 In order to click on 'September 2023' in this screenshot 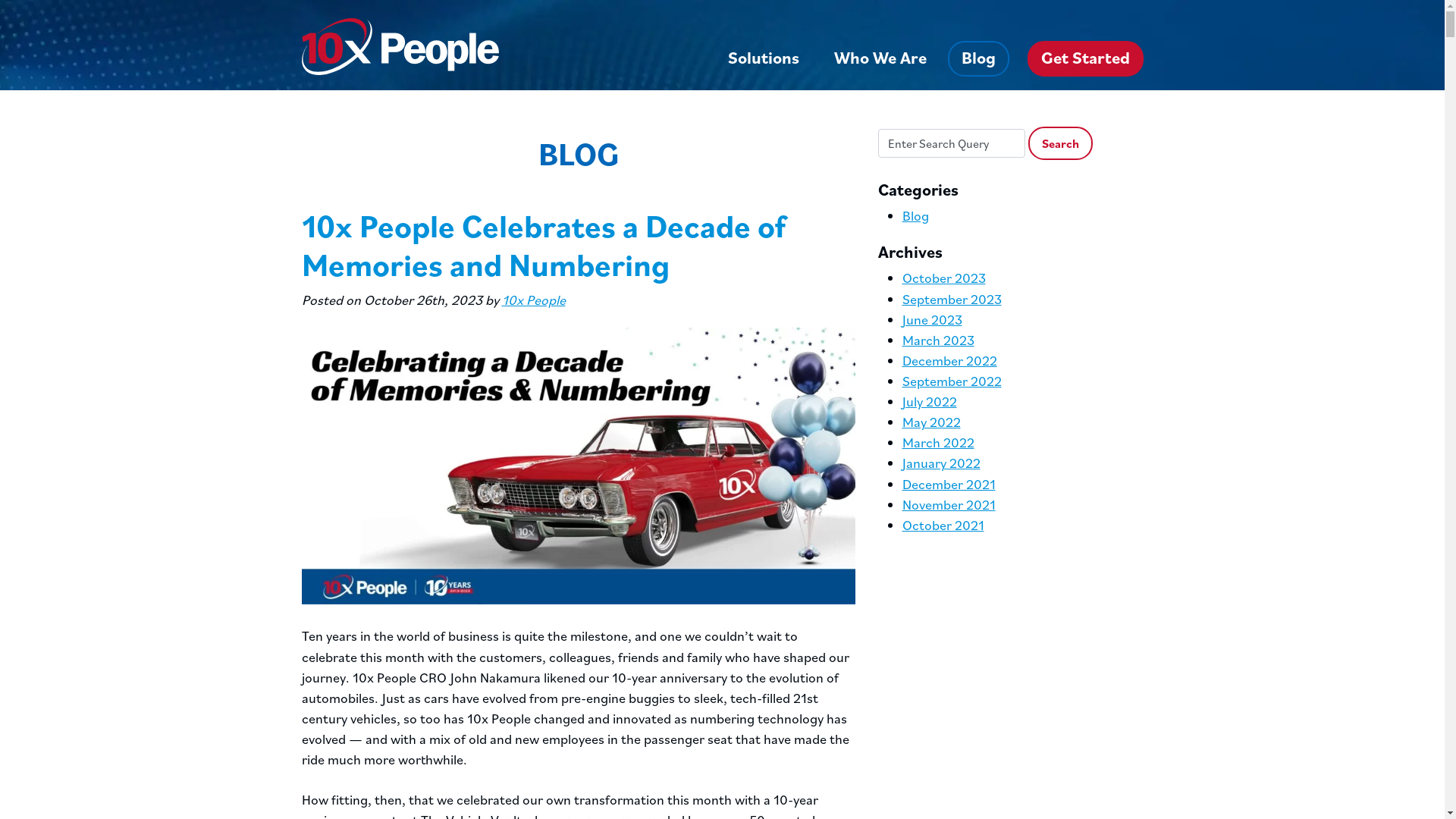, I will do `click(902, 299)`.